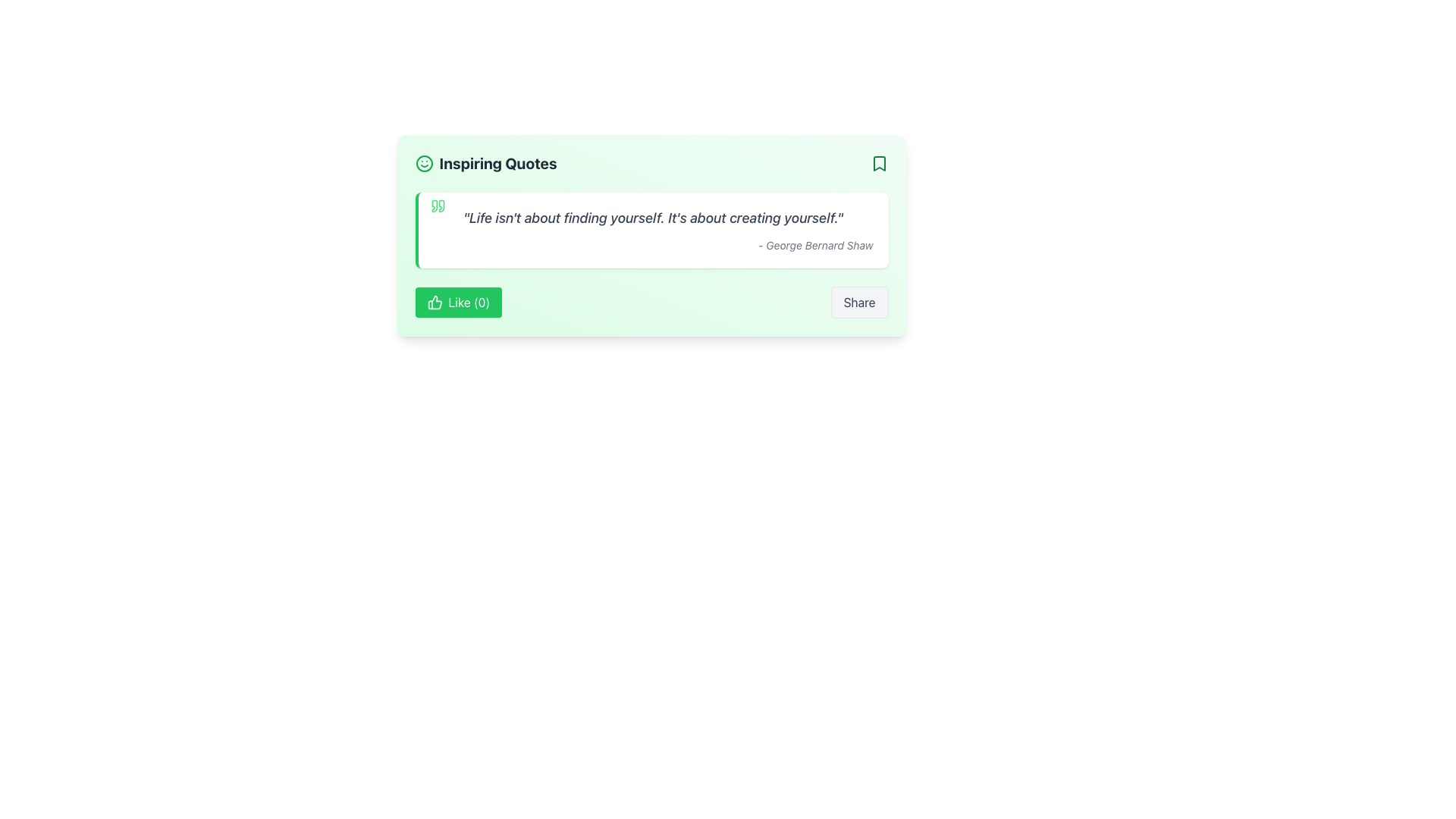 This screenshot has width=1456, height=819. What do you see at coordinates (457, 302) in the screenshot?
I see `the like button located at the bottom left of the quote card` at bounding box center [457, 302].